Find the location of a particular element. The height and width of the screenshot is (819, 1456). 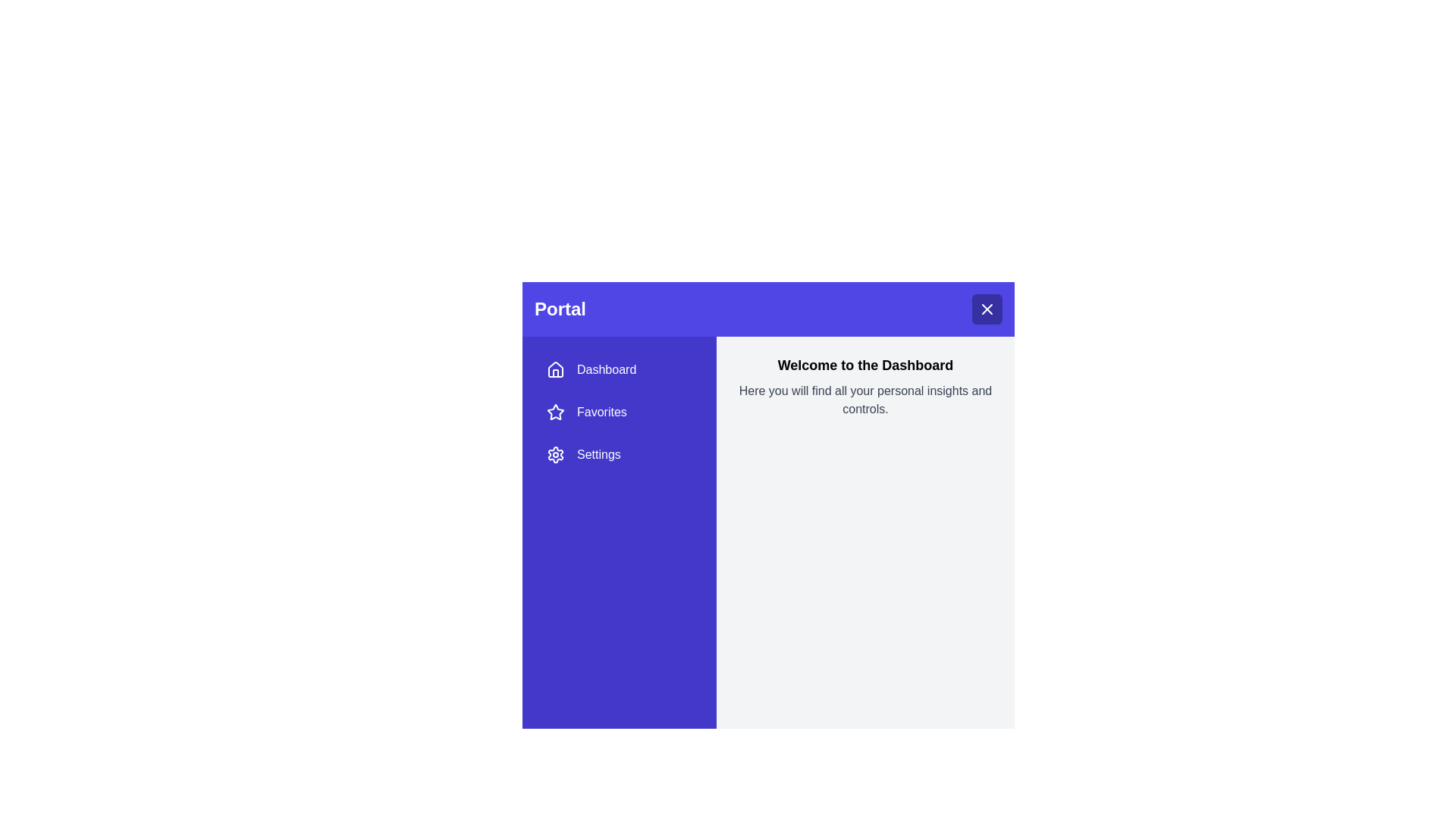

the close button located in the top-right corner of the purple header bar labeled 'Portal' is located at coordinates (987, 309).